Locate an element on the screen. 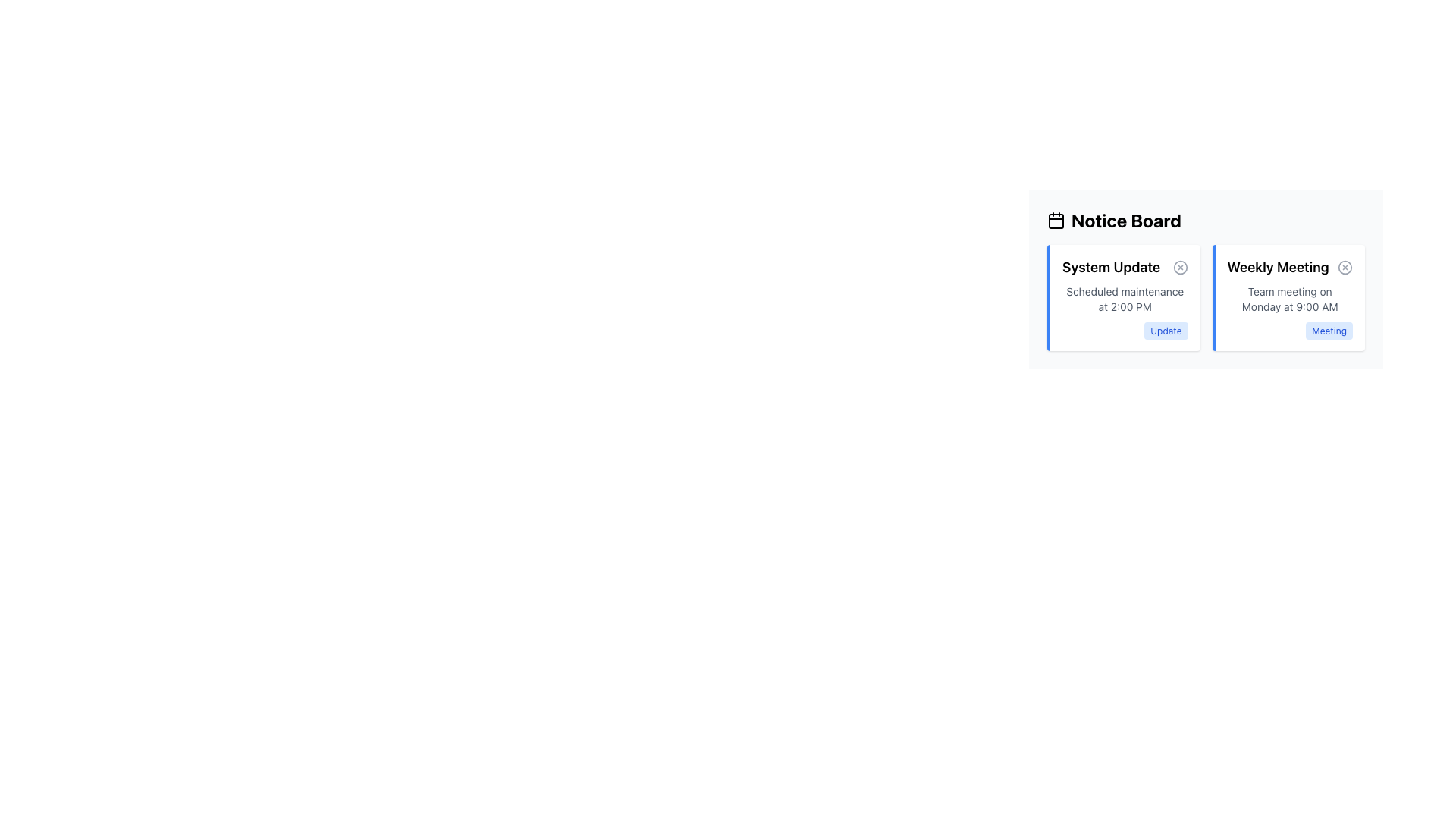 The width and height of the screenshot is (1456, 819). title text label located at the top left corner of the notification card on the notice board interface is located at coordinates (1111, 267).